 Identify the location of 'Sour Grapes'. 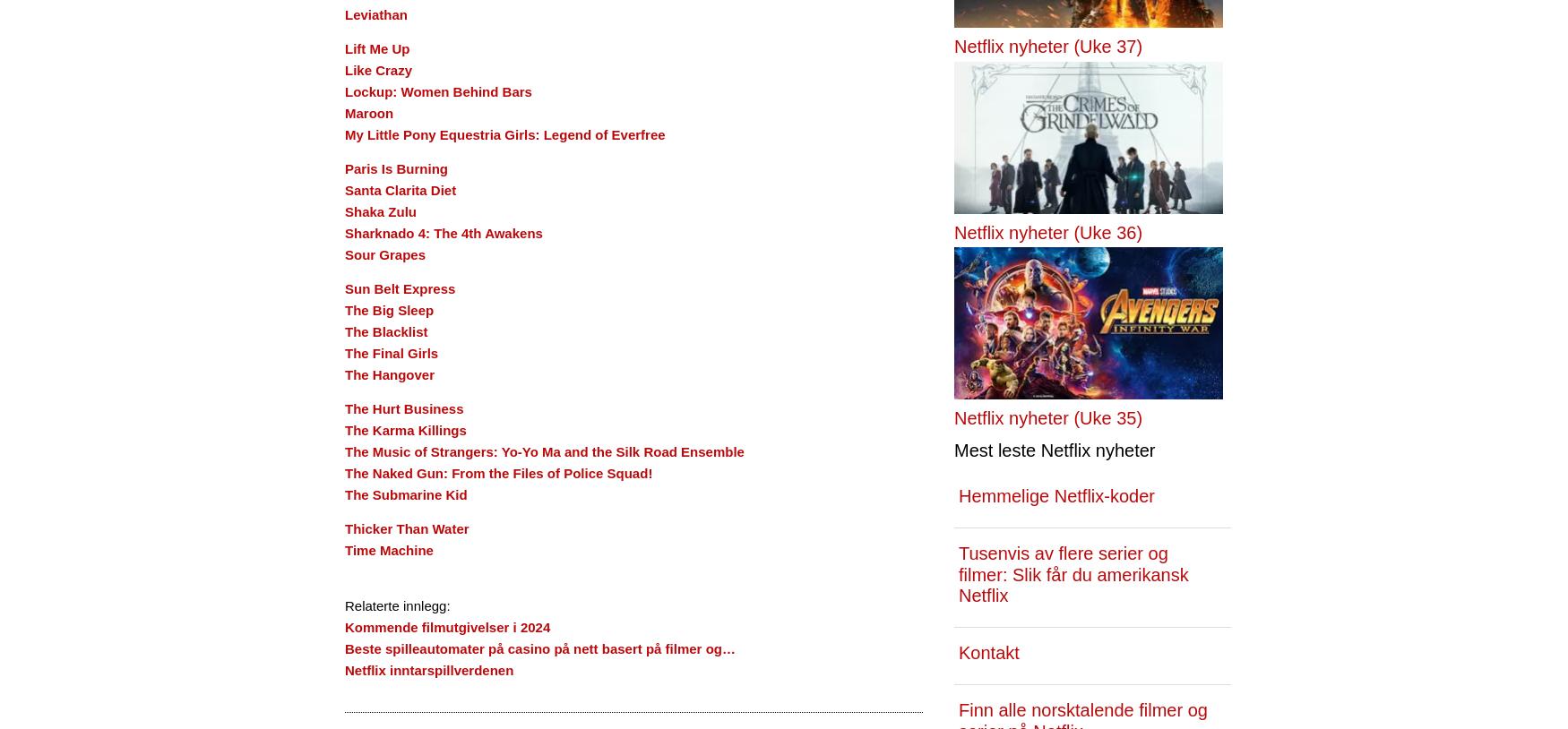
(383, 254).